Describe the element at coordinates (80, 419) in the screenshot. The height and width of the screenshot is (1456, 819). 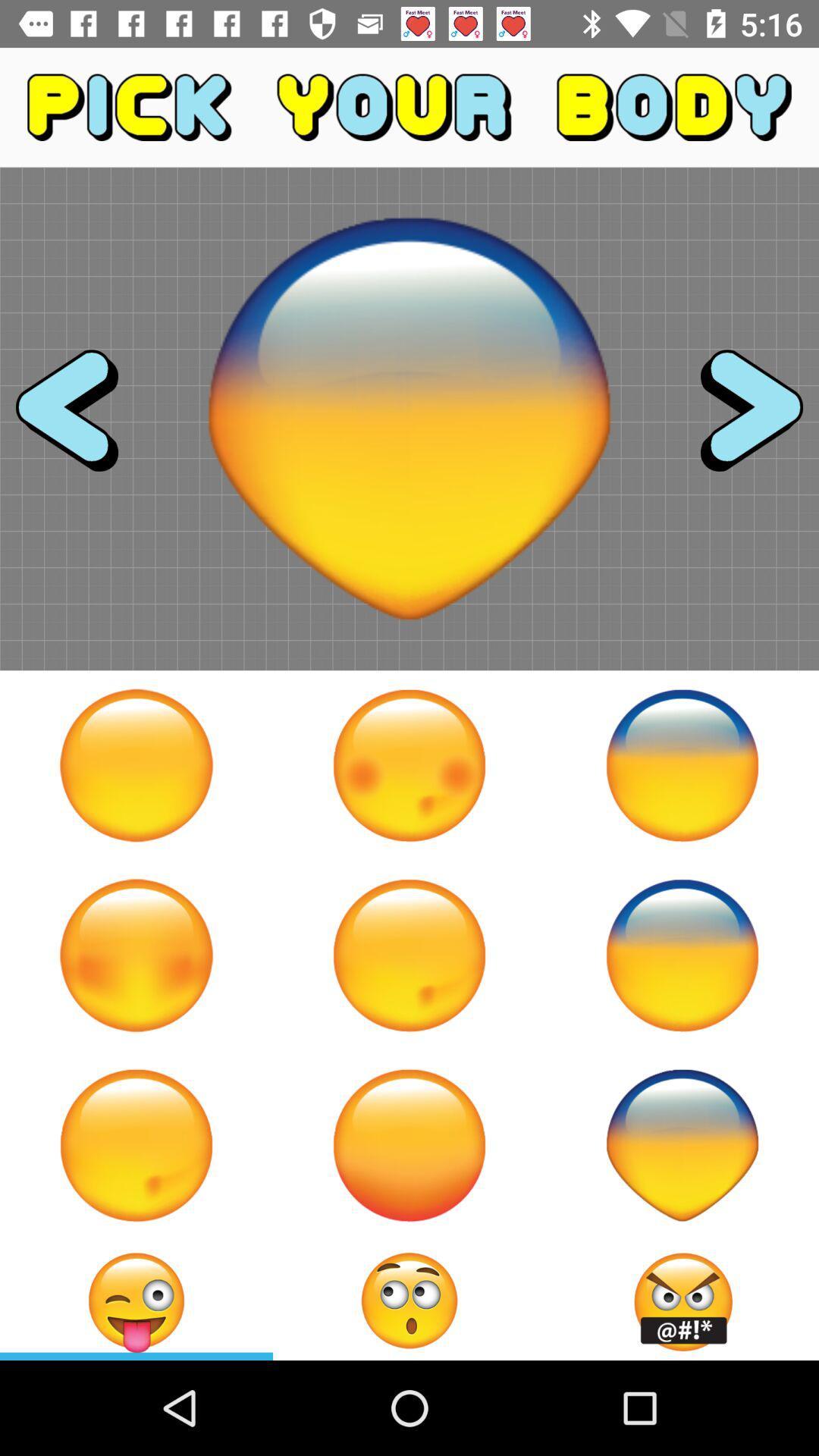
I see `item at the top left corner` at that location.